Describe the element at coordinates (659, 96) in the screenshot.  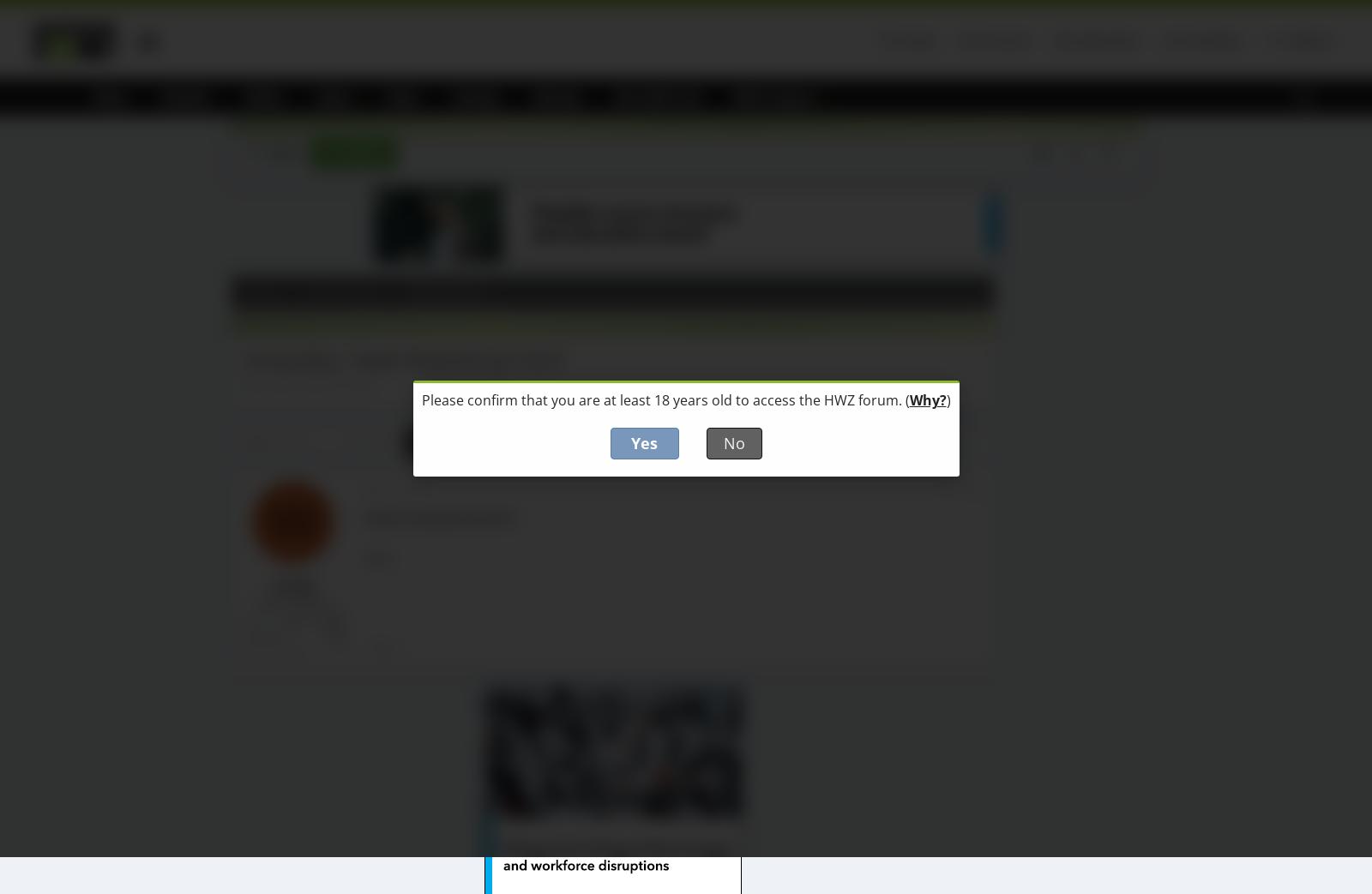
I see `'Biz & SME Tech'` at that location.